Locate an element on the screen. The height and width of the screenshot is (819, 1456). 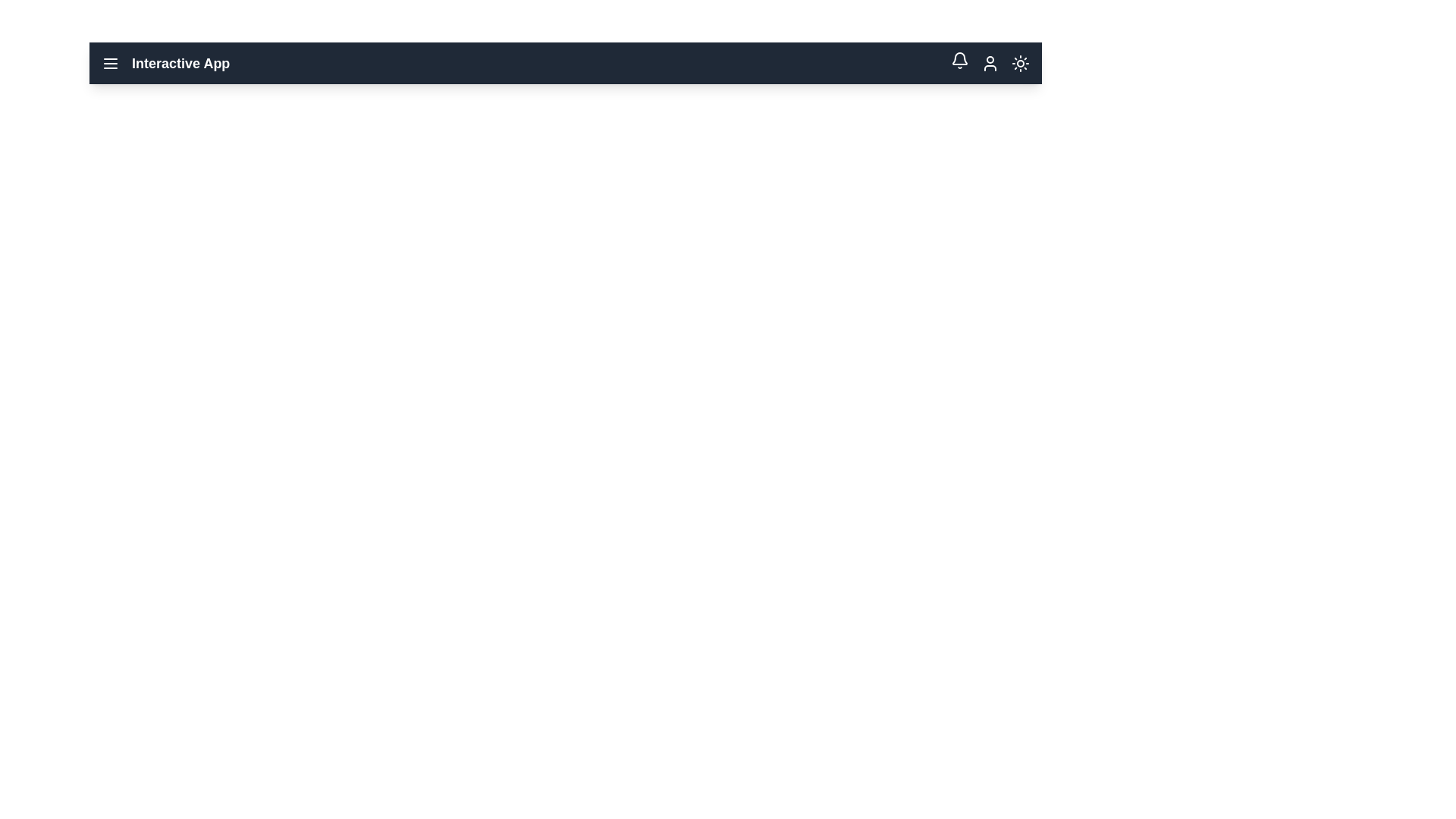
the user profile icon in the app bar is located at coordinates (990, 62).